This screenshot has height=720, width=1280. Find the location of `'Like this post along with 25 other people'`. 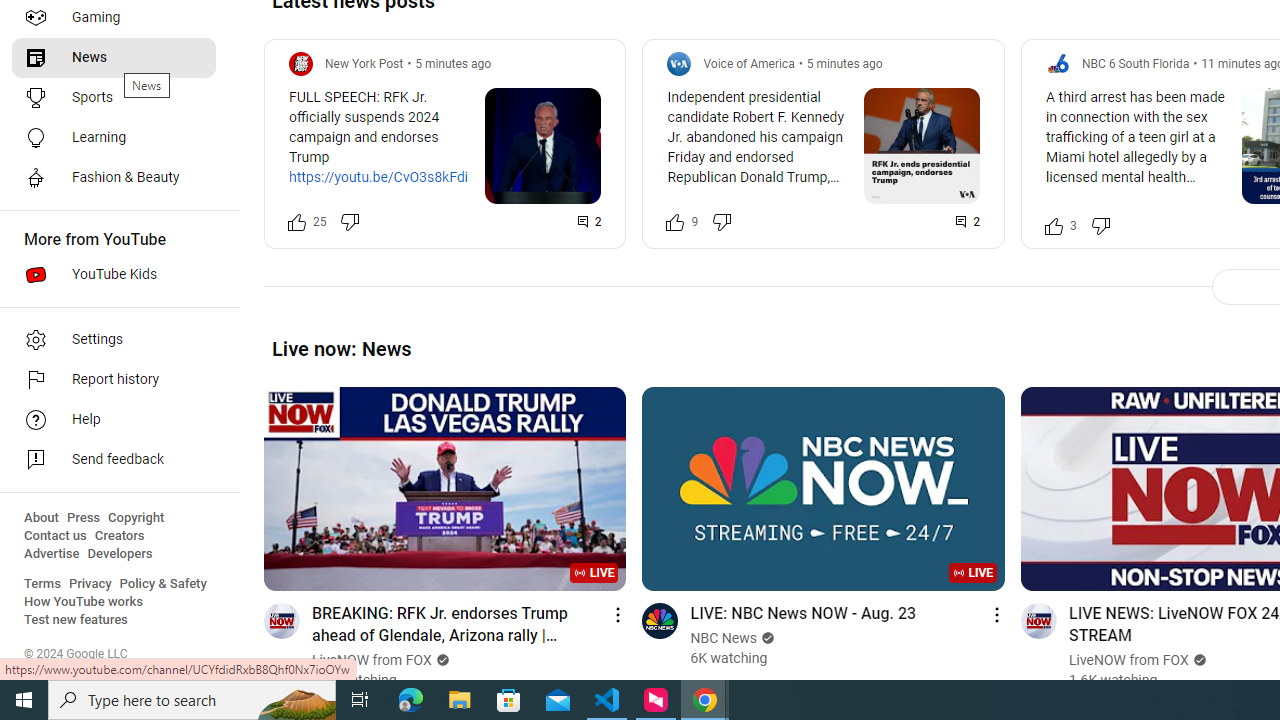

'Like this post along with 25 other people' is located at coordinates (296, 221).